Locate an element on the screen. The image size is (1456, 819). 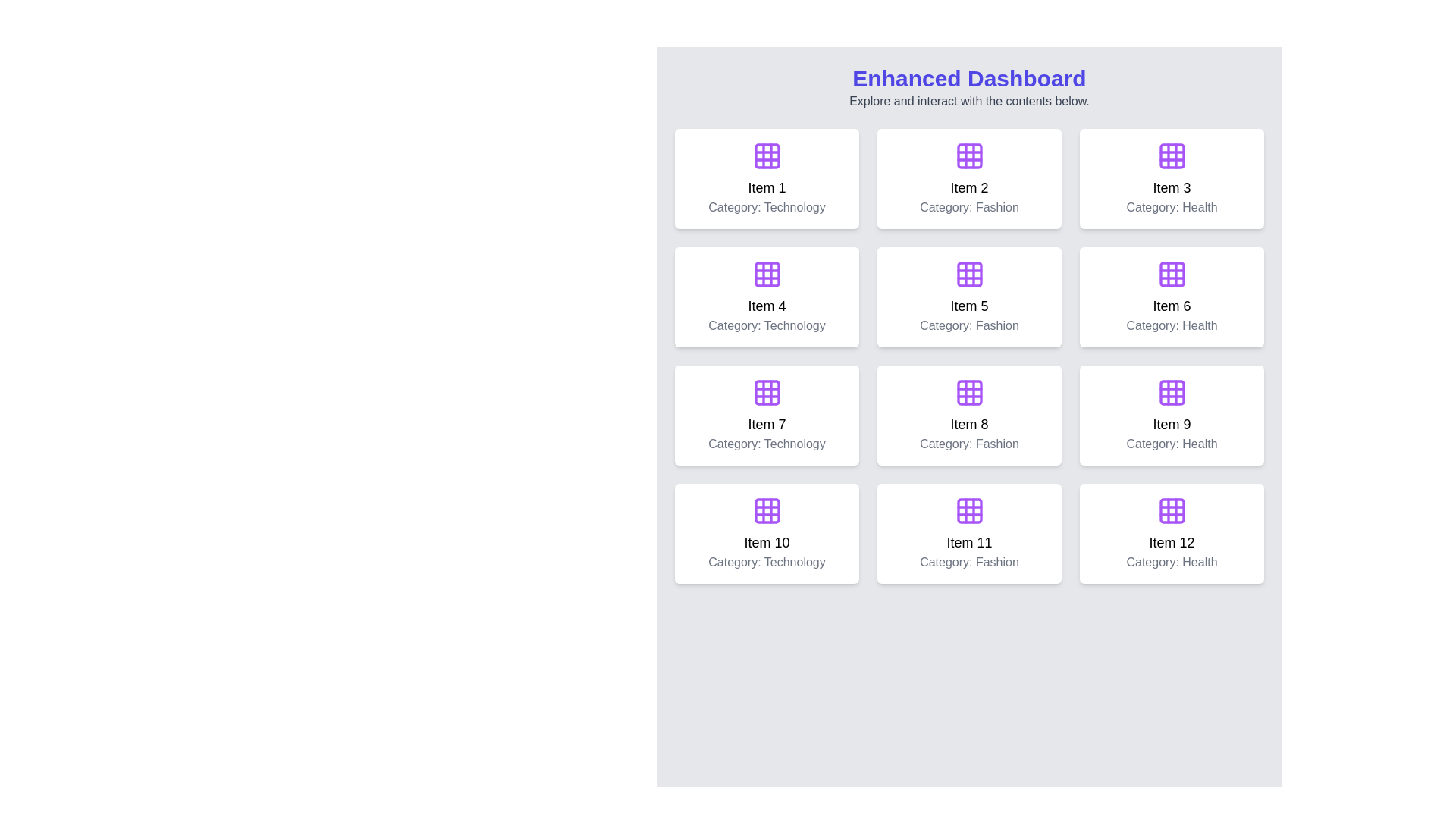
the icon representing the content or function associated with the 'Item 12' card located in the bottom-right of the grid layout is located at coordinates (1171, 511).